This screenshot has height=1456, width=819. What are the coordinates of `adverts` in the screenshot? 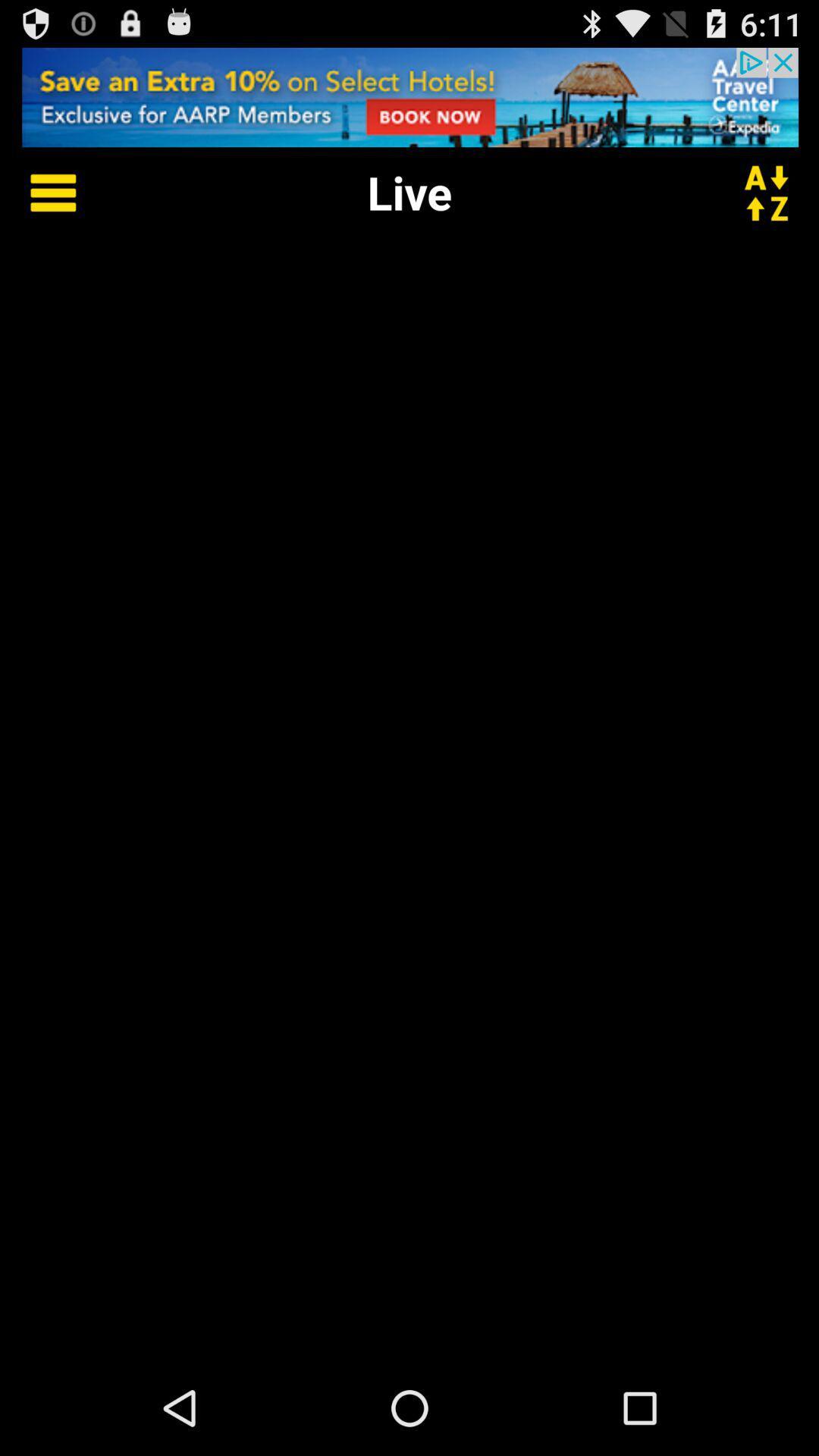 It's located at (409, 96).